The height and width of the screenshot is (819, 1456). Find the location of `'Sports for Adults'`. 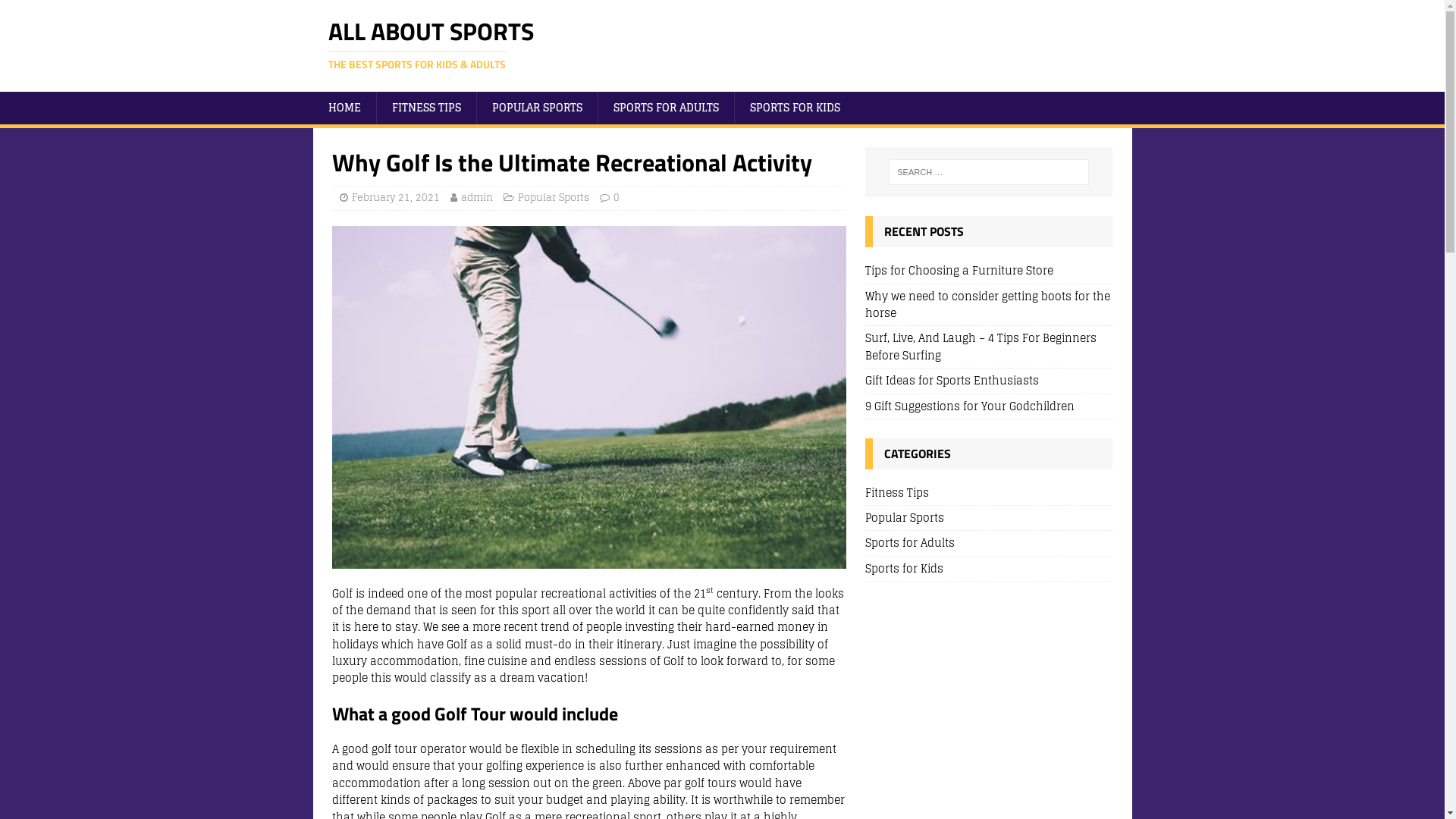

'Sports for Adults' is located at coordinates (989, 542).